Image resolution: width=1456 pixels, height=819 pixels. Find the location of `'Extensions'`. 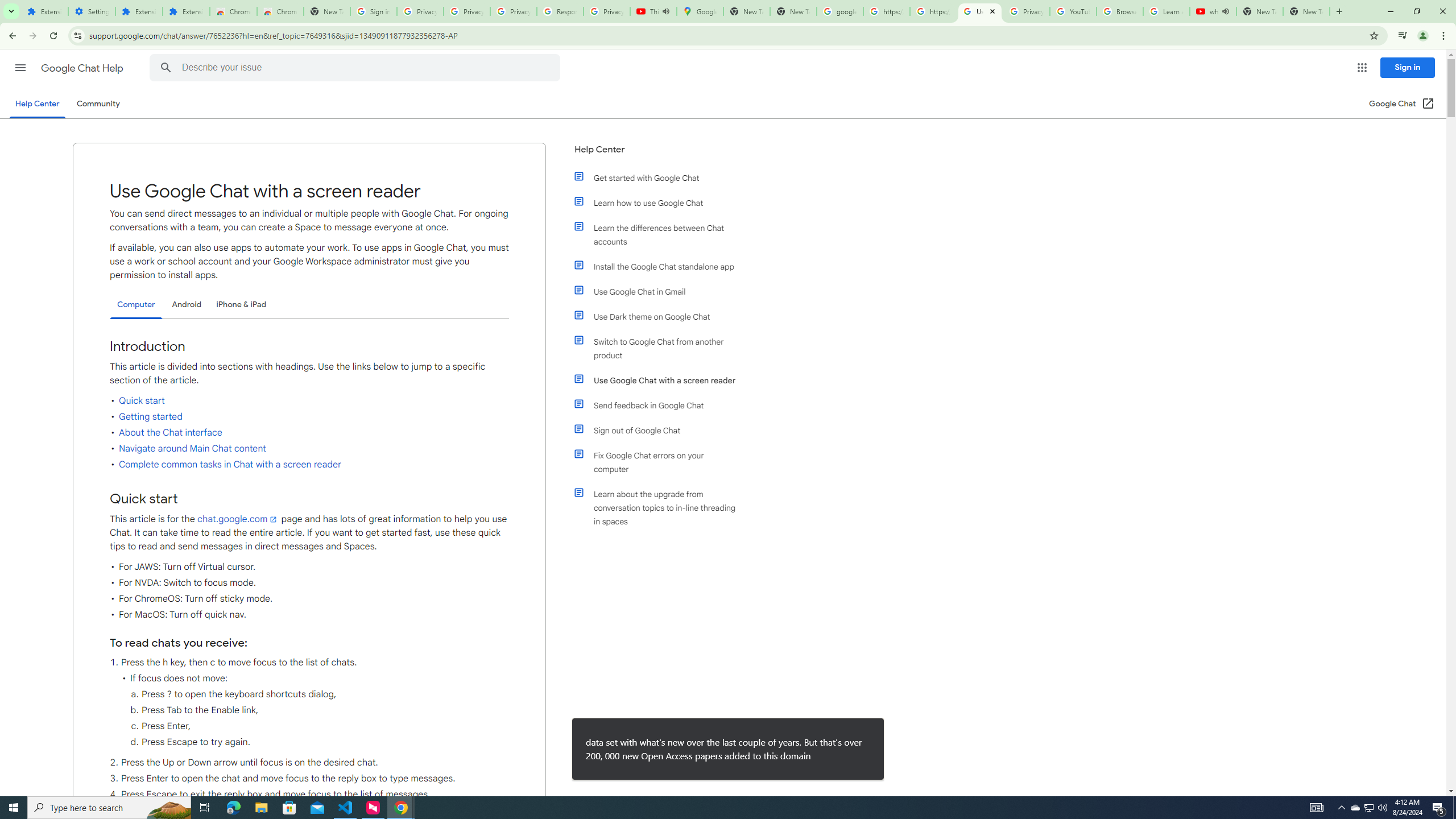

'Extensions' is located at coordinates (44, 11).